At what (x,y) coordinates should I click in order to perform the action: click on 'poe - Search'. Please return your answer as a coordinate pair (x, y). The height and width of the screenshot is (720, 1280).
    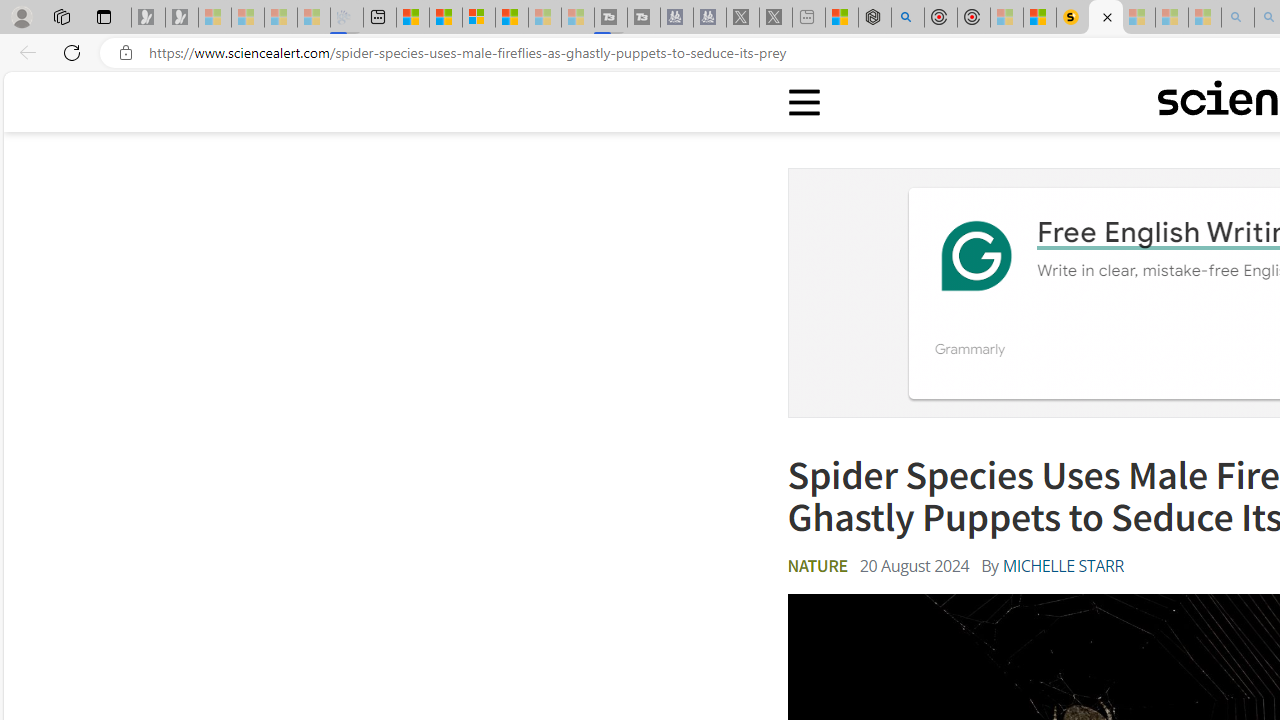
    Looking at the image, I should click on (907, 17).